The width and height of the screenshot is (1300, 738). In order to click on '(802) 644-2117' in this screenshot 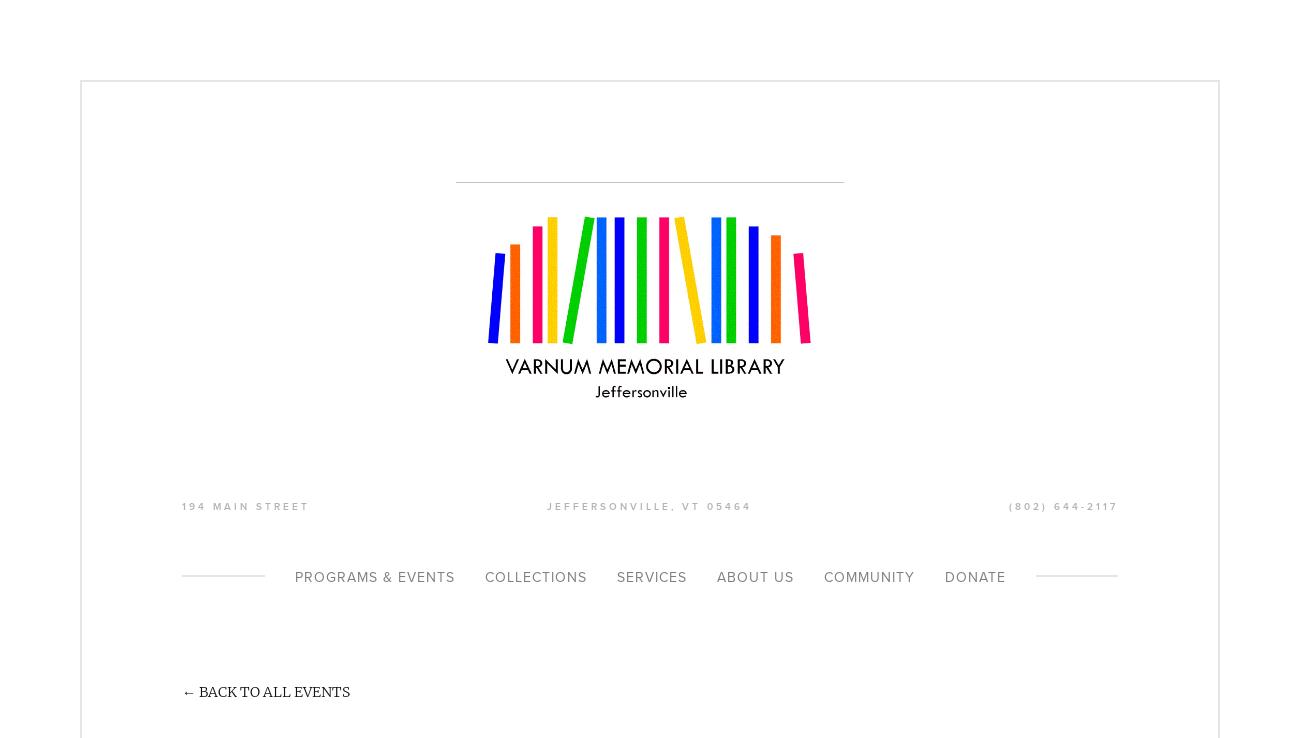, I will do `click(1062, 506)`.